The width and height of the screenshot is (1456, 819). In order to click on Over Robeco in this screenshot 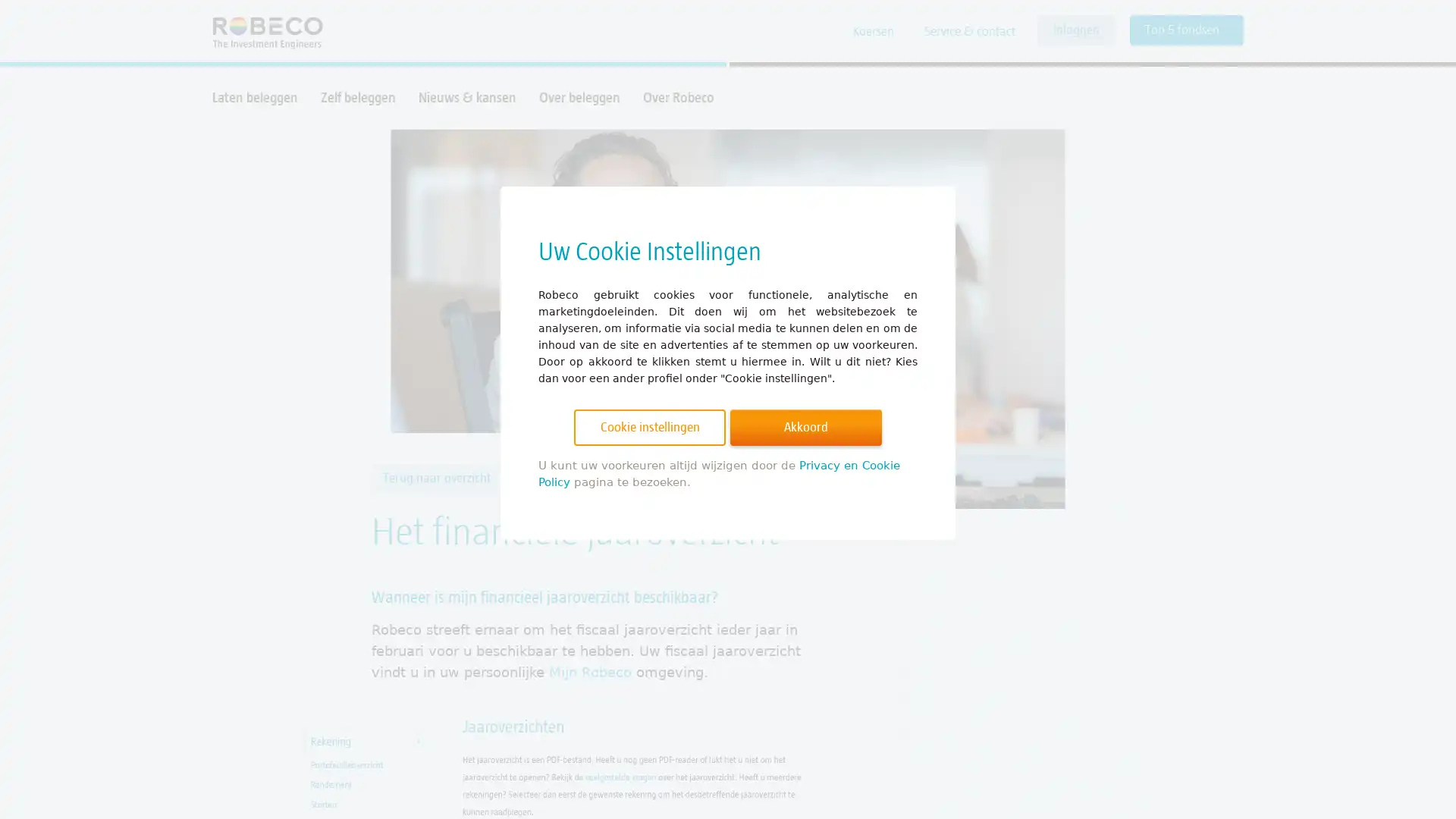, I will do `click(677, 97)`.